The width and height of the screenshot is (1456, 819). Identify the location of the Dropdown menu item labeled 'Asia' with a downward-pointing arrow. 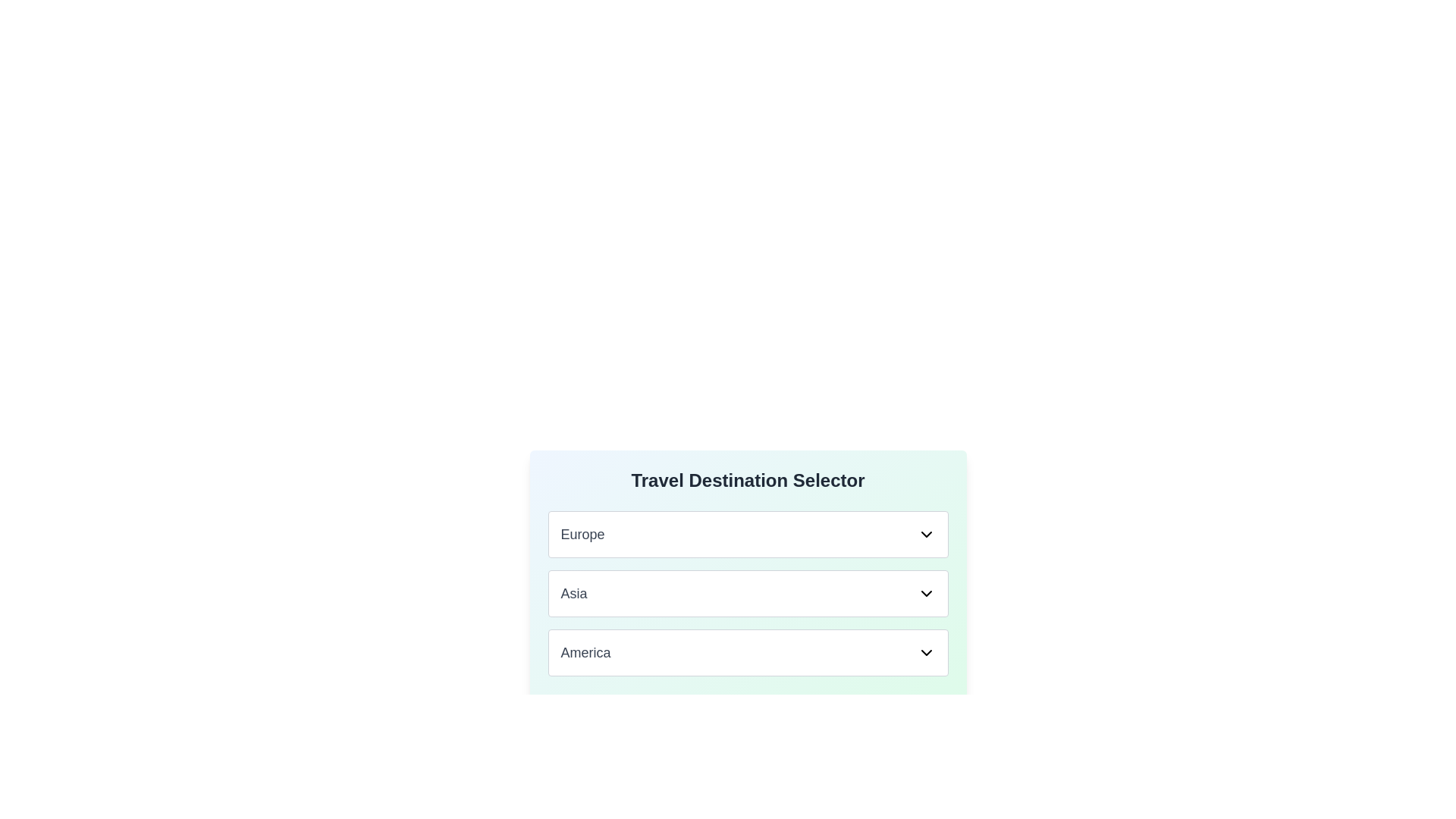
(748, 593).